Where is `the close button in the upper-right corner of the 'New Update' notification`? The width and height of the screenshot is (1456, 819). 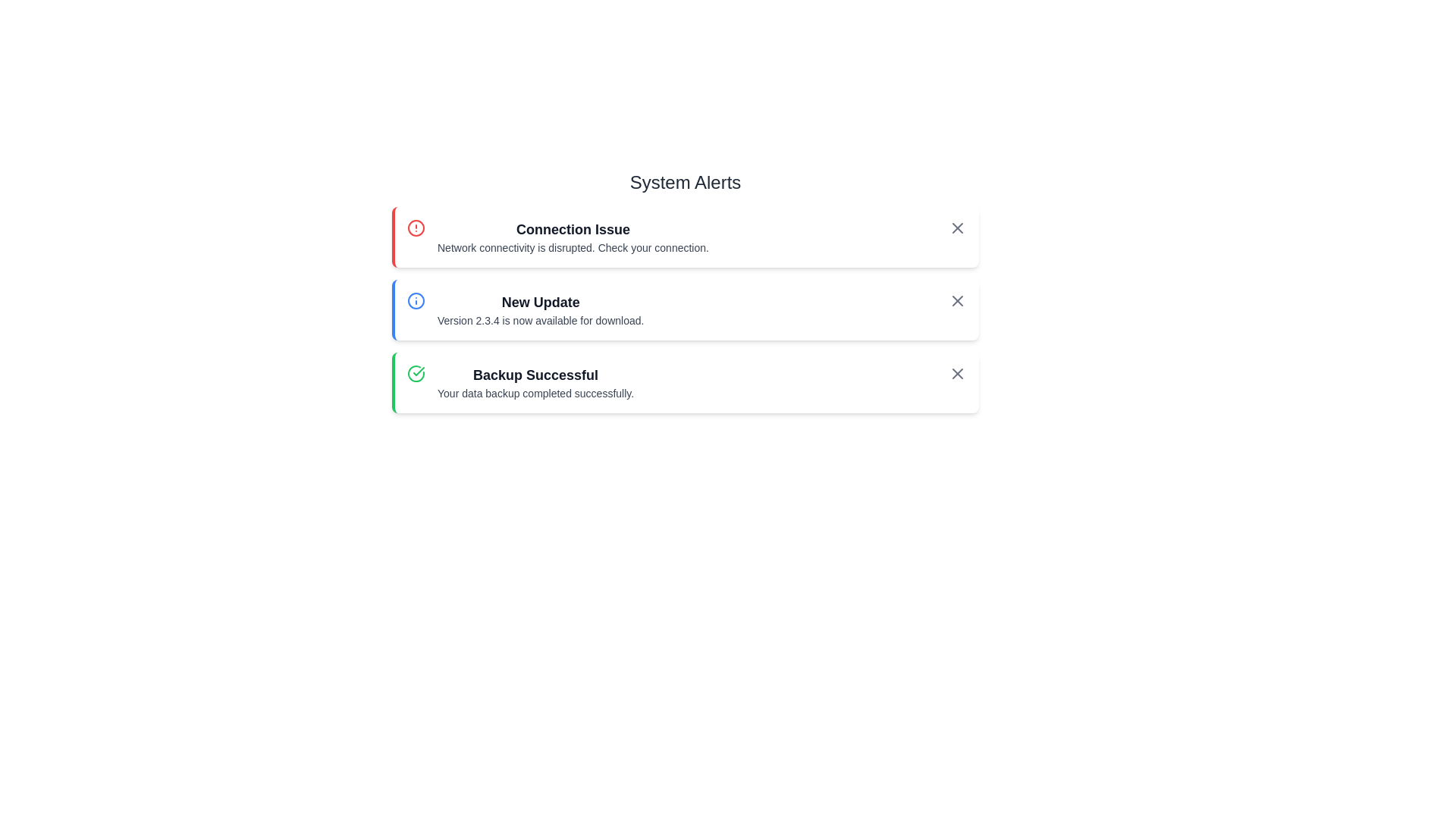 the close button in the upper-right corner of the 'New Update' notification is located at coordinates (956, 301).